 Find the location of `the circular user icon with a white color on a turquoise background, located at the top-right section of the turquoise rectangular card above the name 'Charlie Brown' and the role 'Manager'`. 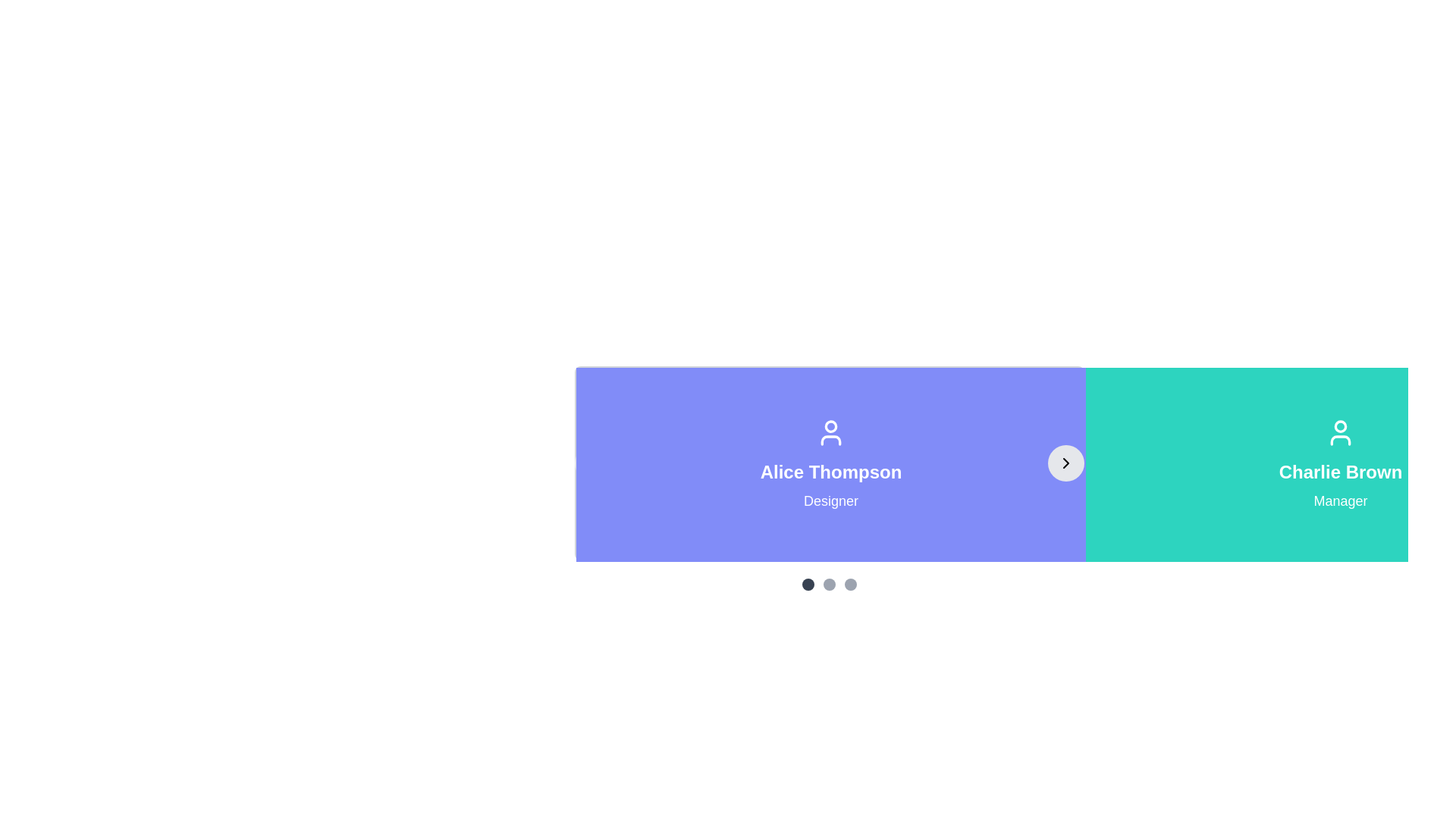

the circular user icon with a white color on a turquoise background, located at the top-right section of the turquoise rectangular card above the name 'Charlie Brown' and the role 'Manager' is located at coordinates (1340, 432).